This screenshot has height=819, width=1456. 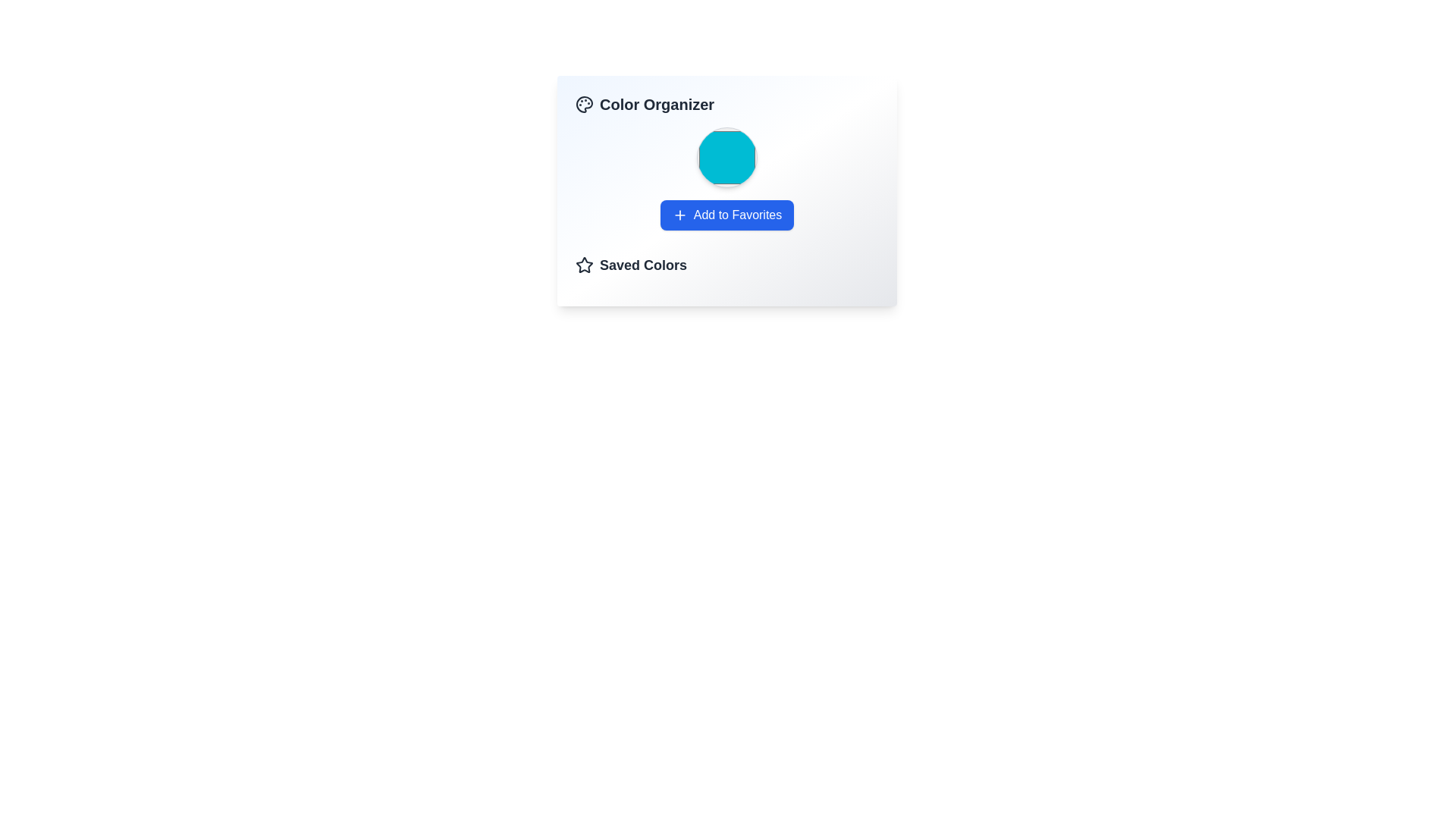 I want to click on the decorative icon representing the 'Color Organizer' section, which is located immediately to the left of the text 'Color Organizer', so click(x=584, y=104).